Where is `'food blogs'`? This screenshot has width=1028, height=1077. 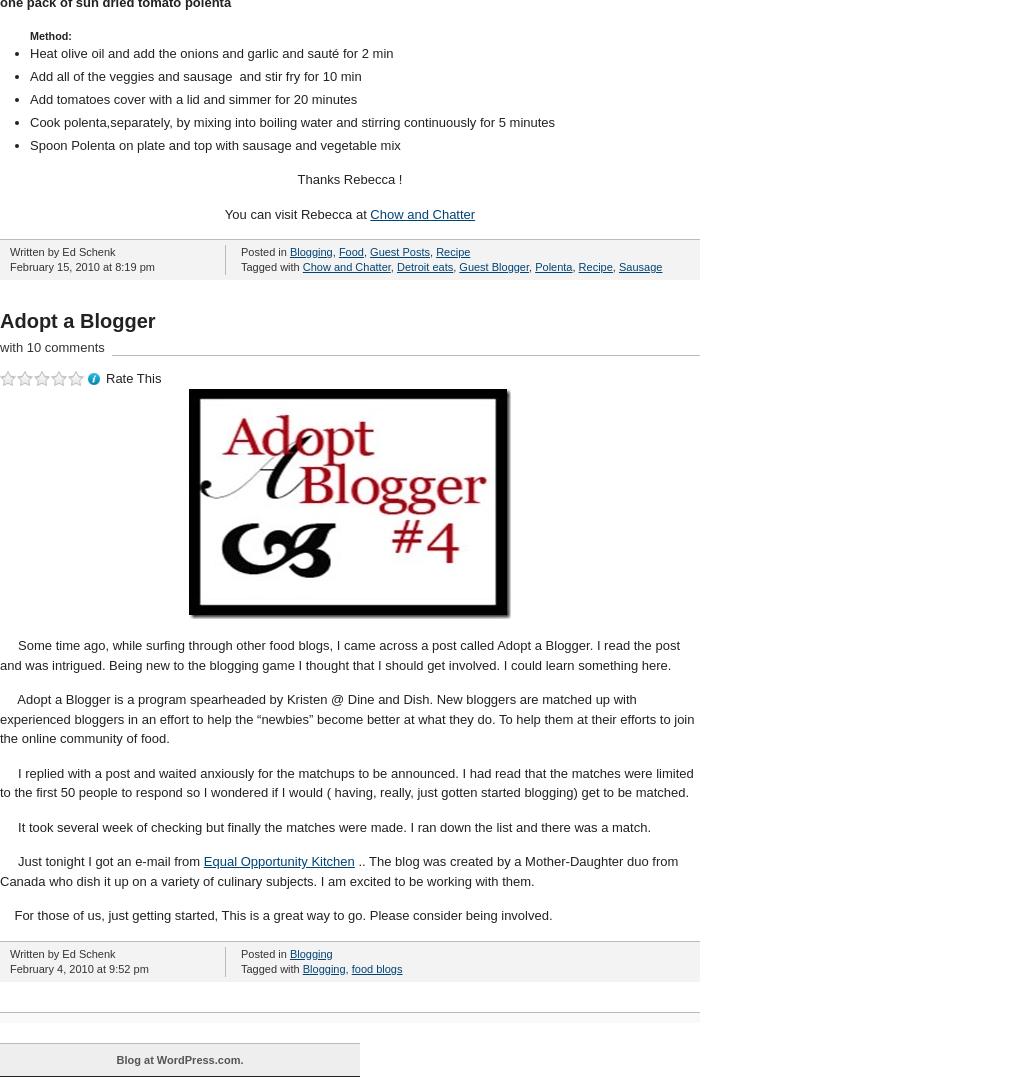
'food blogs' is located at coordinates (375, 968).